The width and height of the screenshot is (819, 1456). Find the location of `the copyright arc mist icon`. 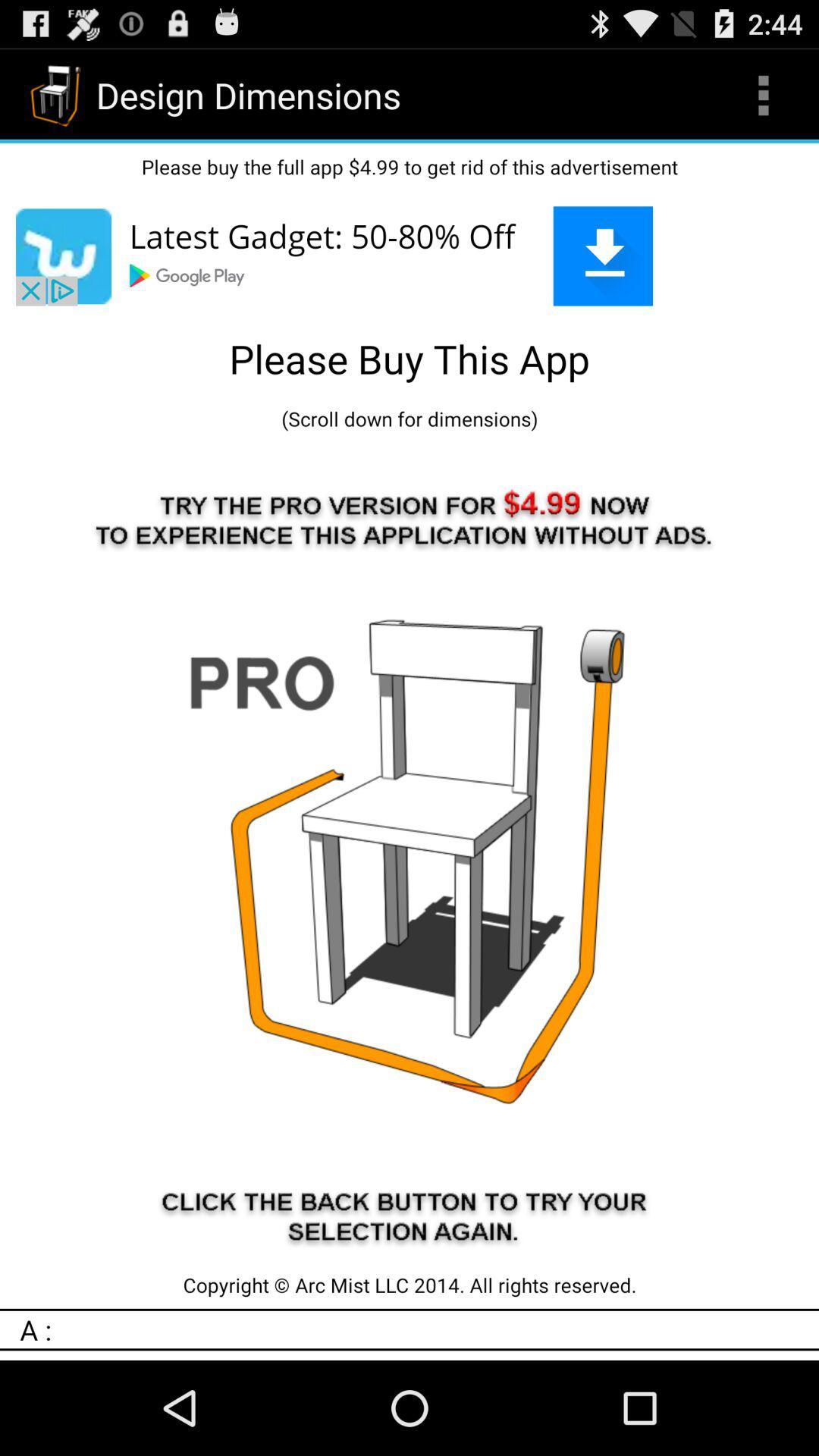

the copyright arc mist icon is located at coordinates (409, 1284).